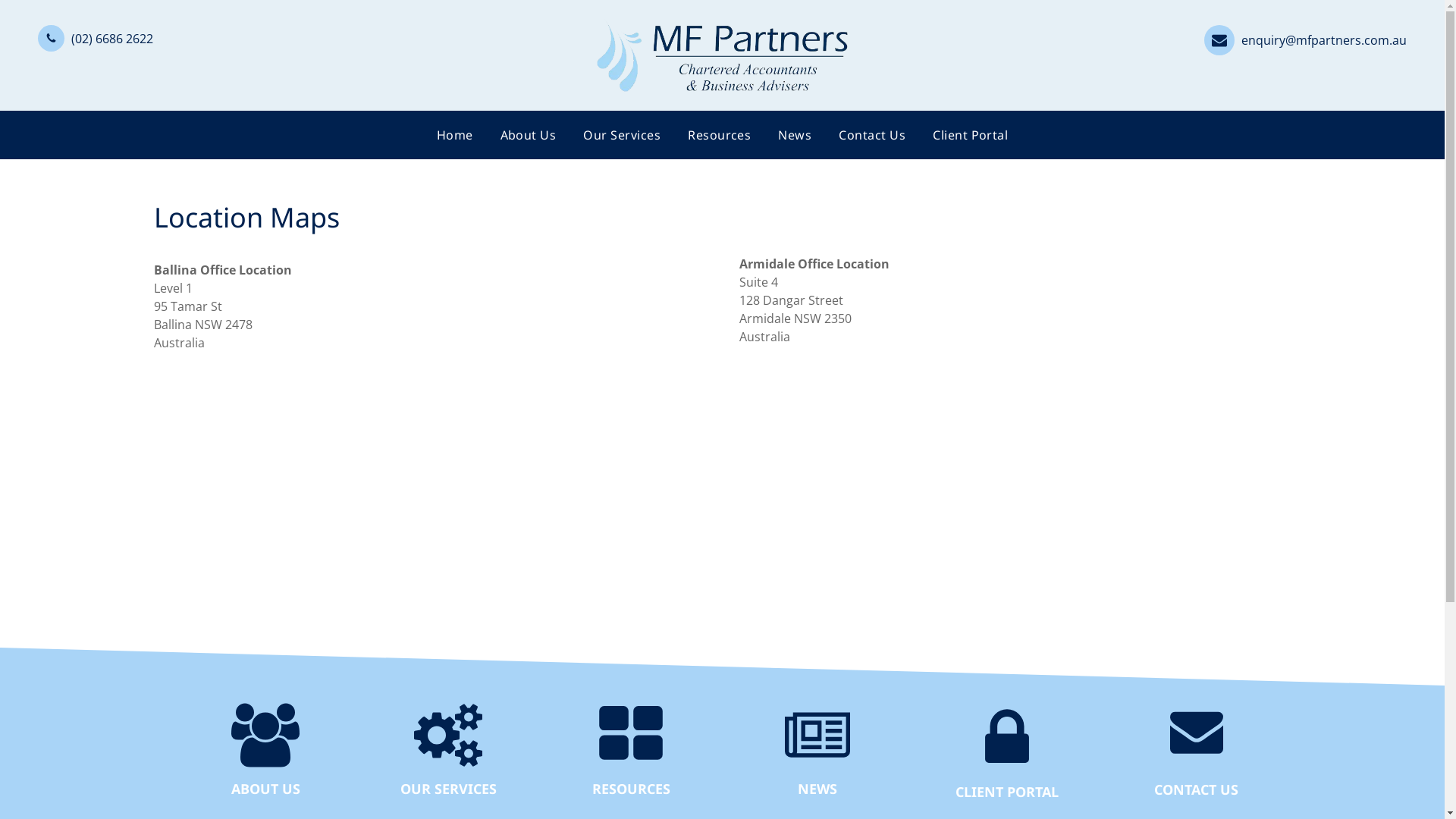  What do you see at coordinates (454, 133) in the screenshot?
I see `'Home'` at bounding box center [454, 133].